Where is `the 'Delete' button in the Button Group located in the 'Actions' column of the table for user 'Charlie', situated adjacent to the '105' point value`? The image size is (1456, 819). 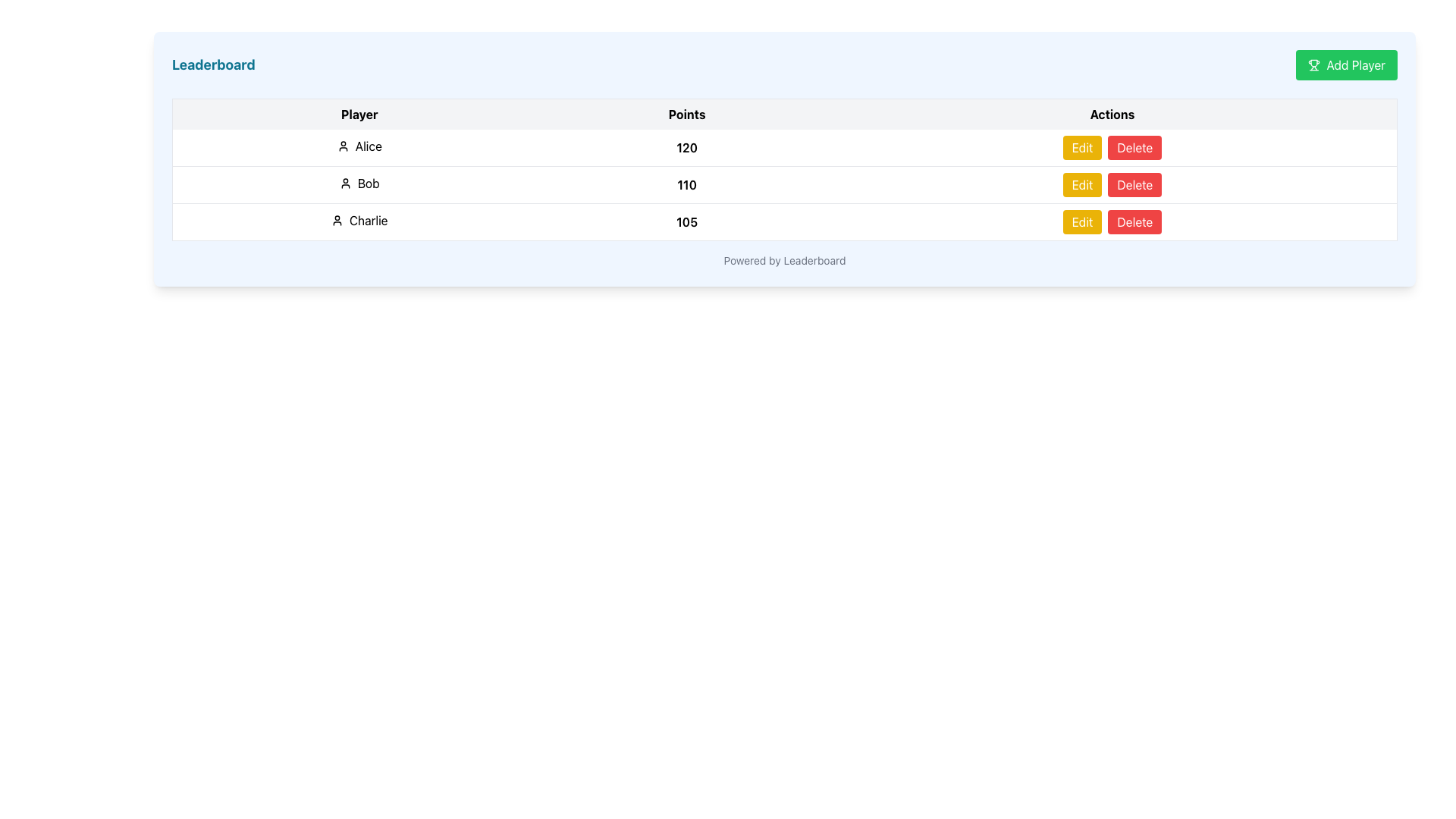 the 'Delete' button in the Button Group located in the 'Actions' column of the table for user 'Charlie', situated adjacent to the '105' point value is located at coordinates (1111, 222).